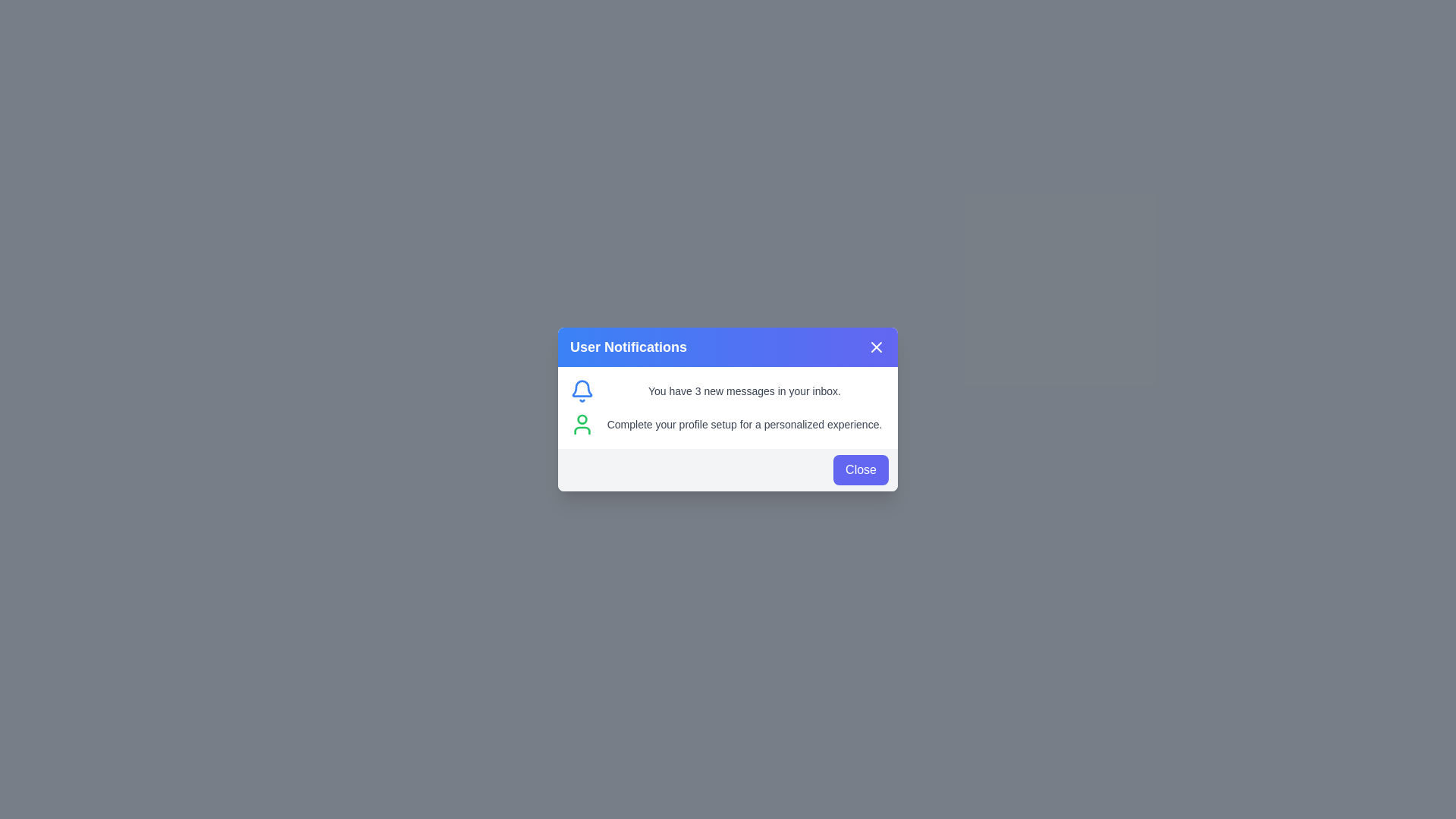  What do you see at coordinates (877, 347) in the screenshot?
I see `the close button icon, represented by a minimalist 'X', located in the top-right corner of the 'User Notifications' dialog box` at bounding box center [877, 347].